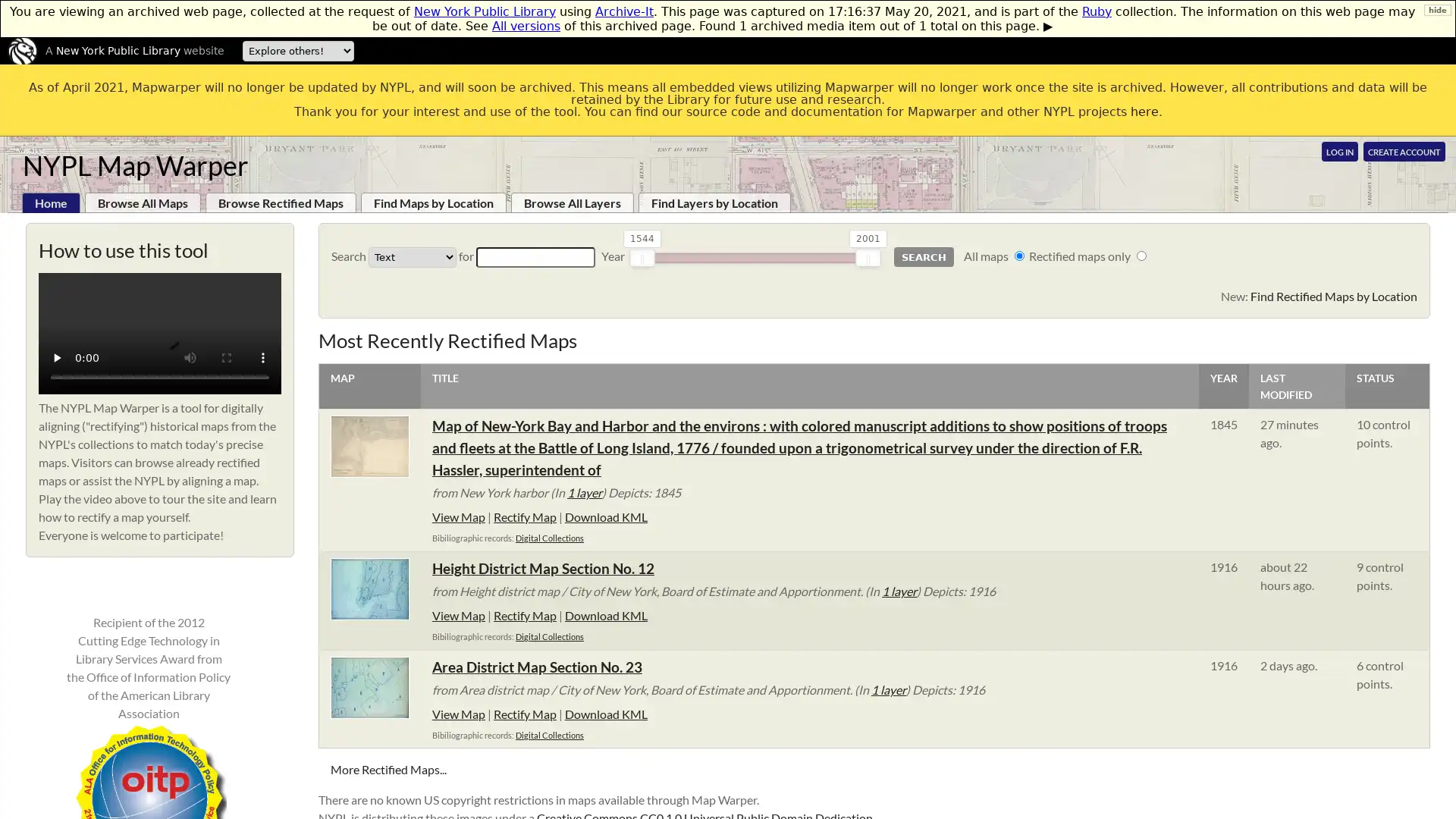  Describe the element at coordinates (57, 357) in the screenshot. I see `play` at that location.